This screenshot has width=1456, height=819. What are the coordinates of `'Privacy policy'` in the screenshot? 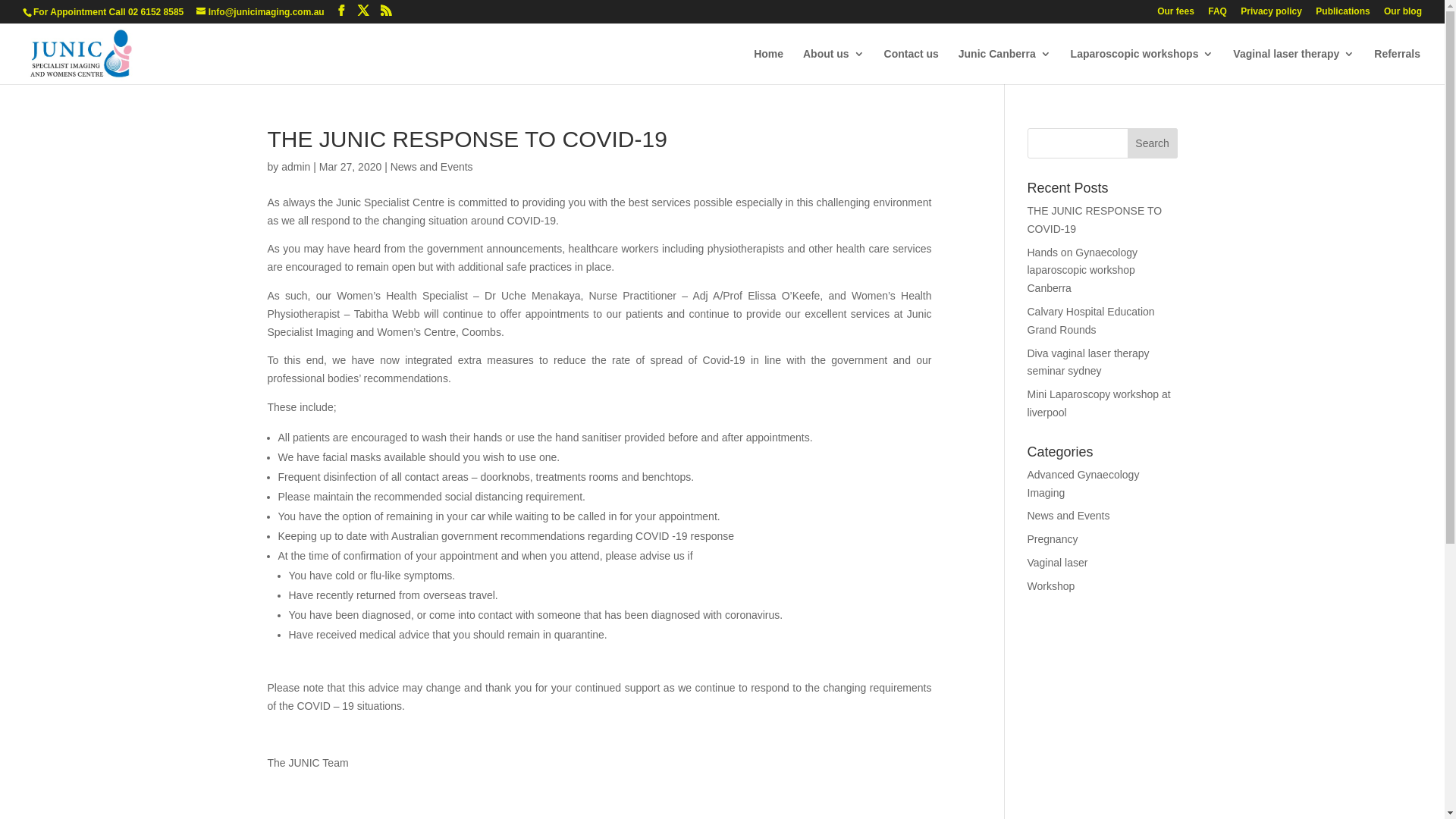 It's located at (1271, 14).